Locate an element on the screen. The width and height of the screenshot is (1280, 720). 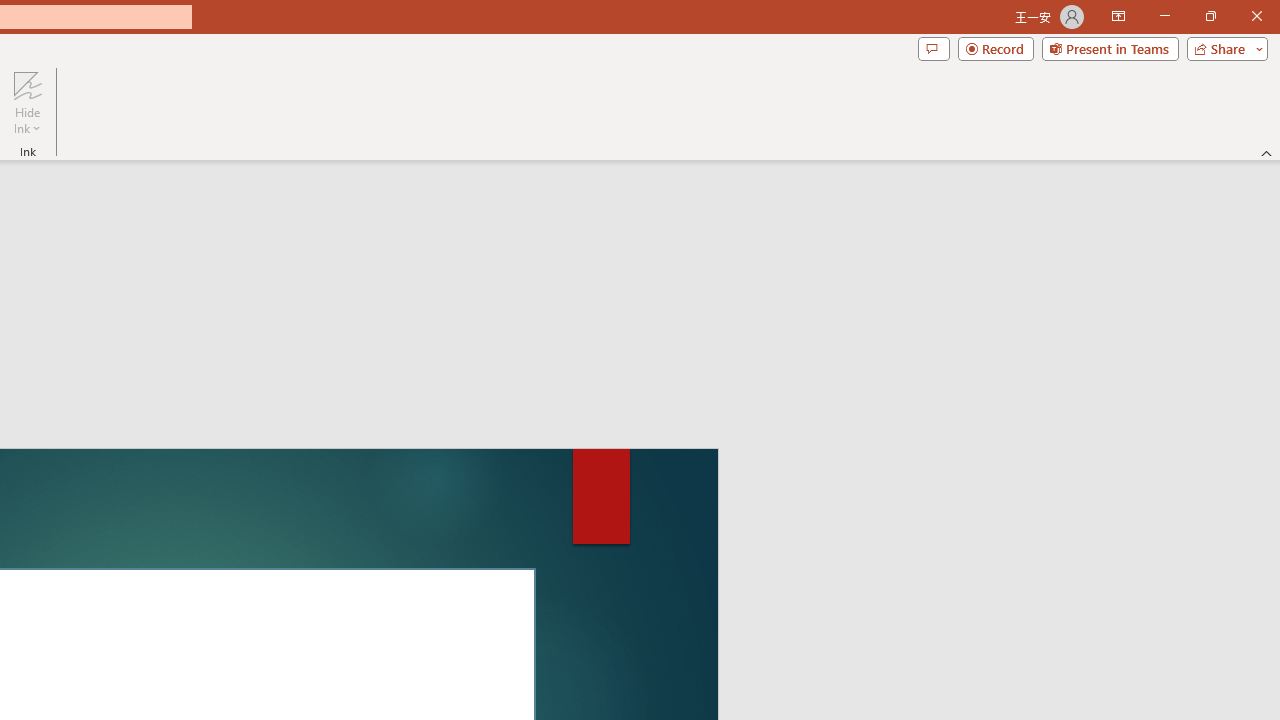
'Ribbon Display Options' is located at coordinates (1117, 16).